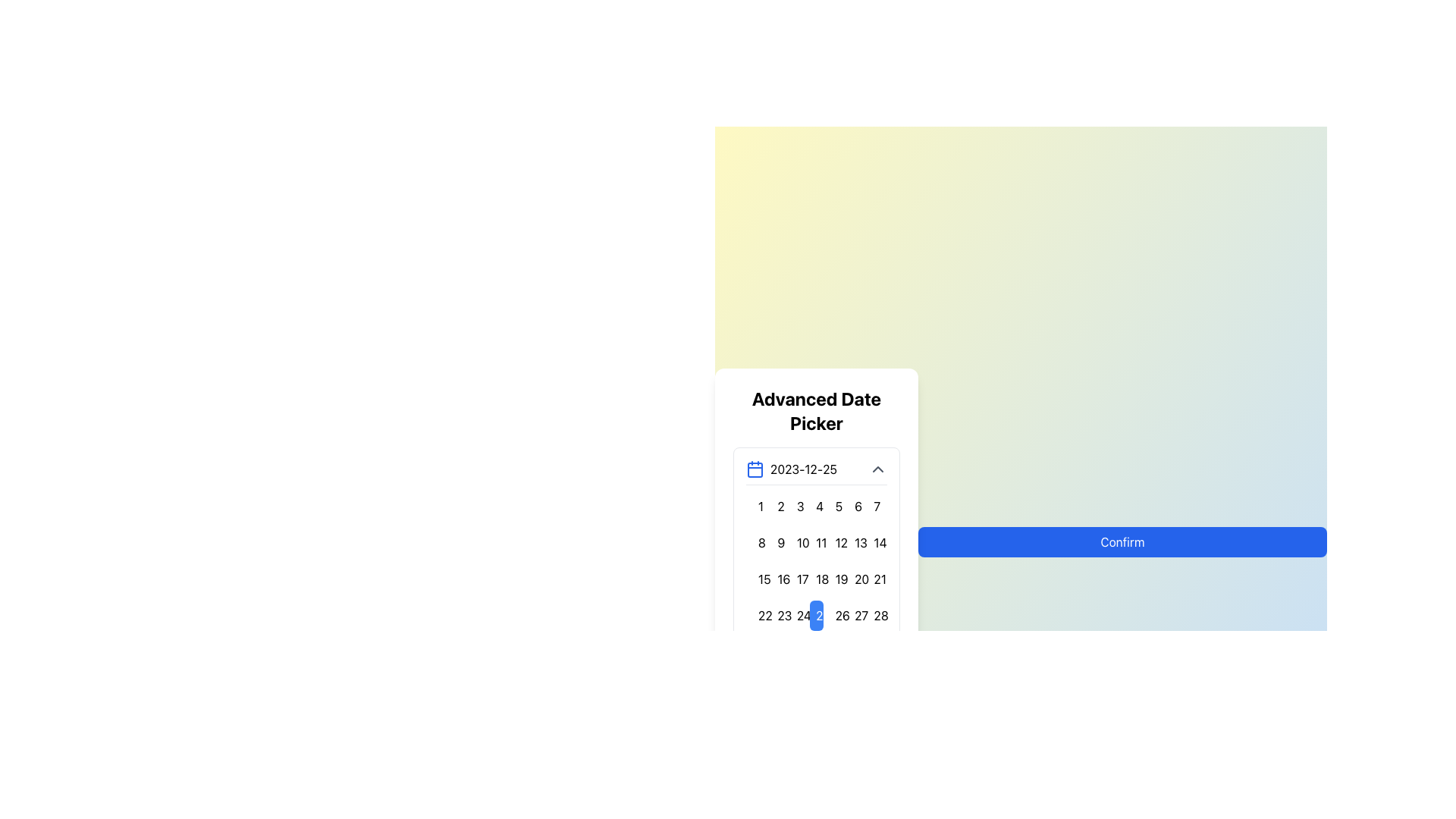 The image size is (1456, 819). Describe the element at coordinates (835, 579) in the screenshot. I see `the button displaying the date '19' in the calendar interface` at that location.